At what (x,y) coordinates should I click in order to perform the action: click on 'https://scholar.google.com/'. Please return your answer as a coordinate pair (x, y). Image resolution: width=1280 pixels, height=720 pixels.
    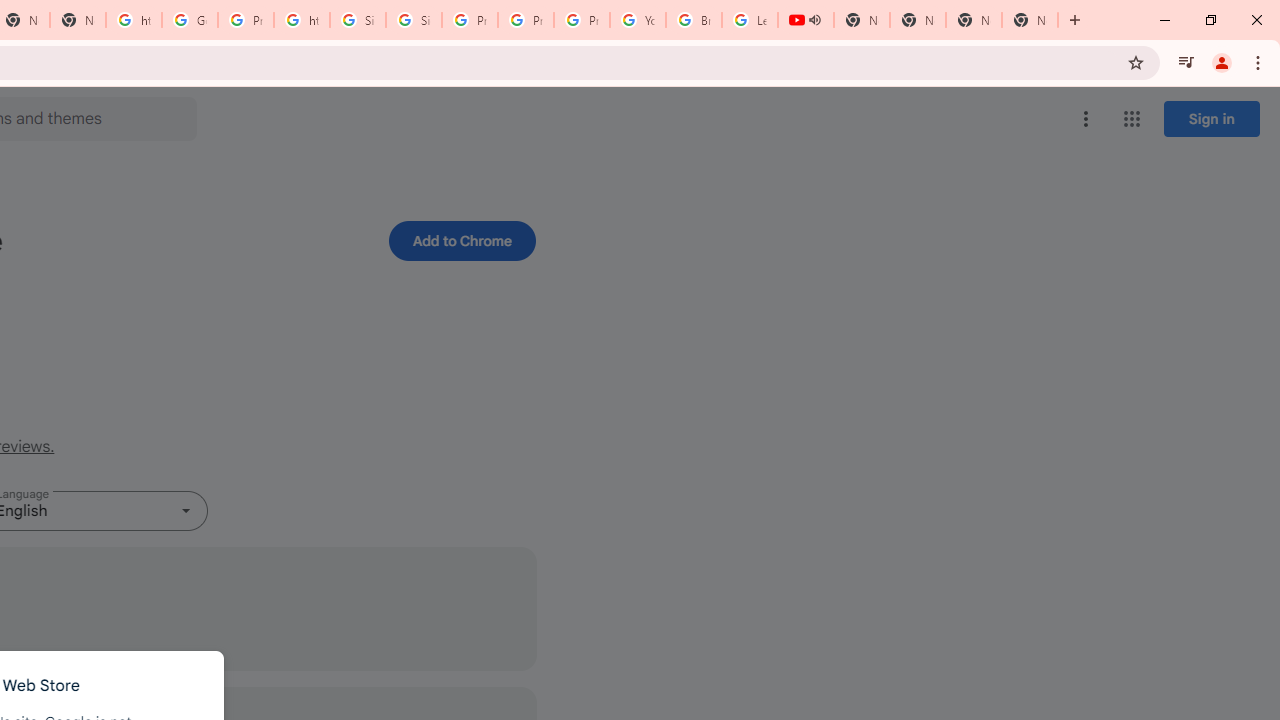
    Looking at the image, I should click on (301, 20).